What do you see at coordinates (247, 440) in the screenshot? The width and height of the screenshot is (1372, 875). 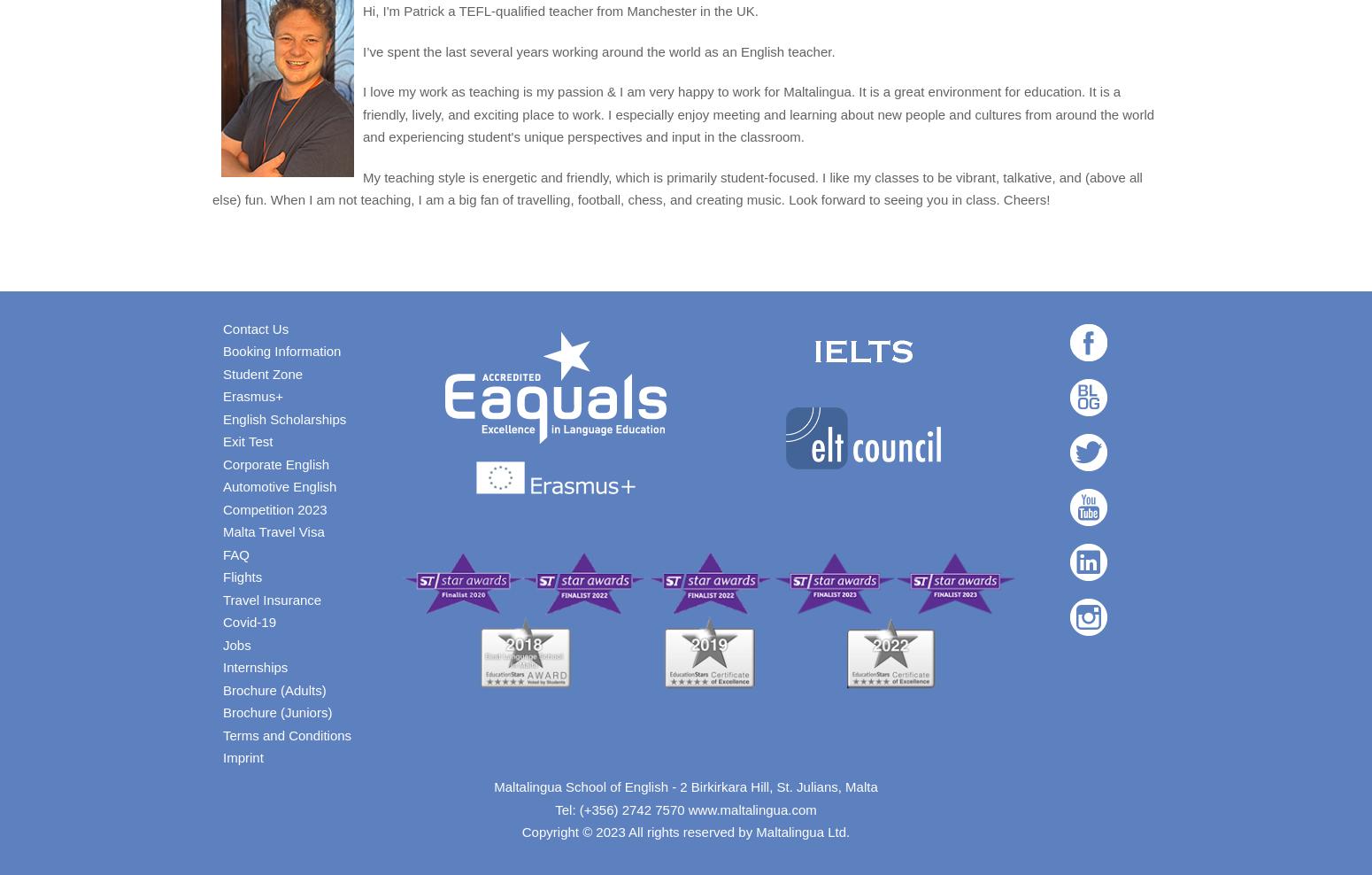 I see `'Exit Test'` at bounding box center [247, 440].